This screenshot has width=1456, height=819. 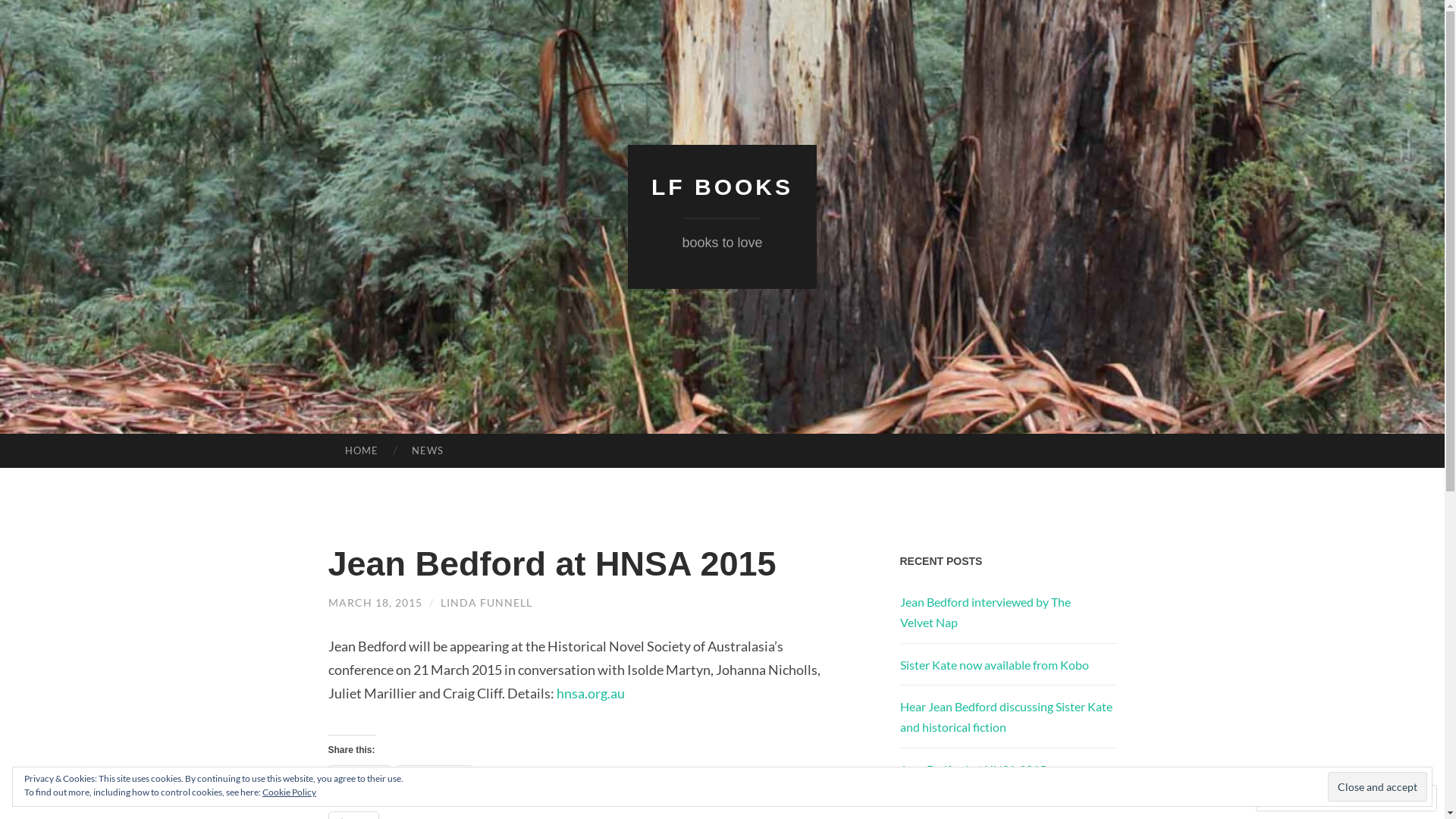 I want to click on 'Sister Kate now available from Kobo', so click(x=993, y=664).